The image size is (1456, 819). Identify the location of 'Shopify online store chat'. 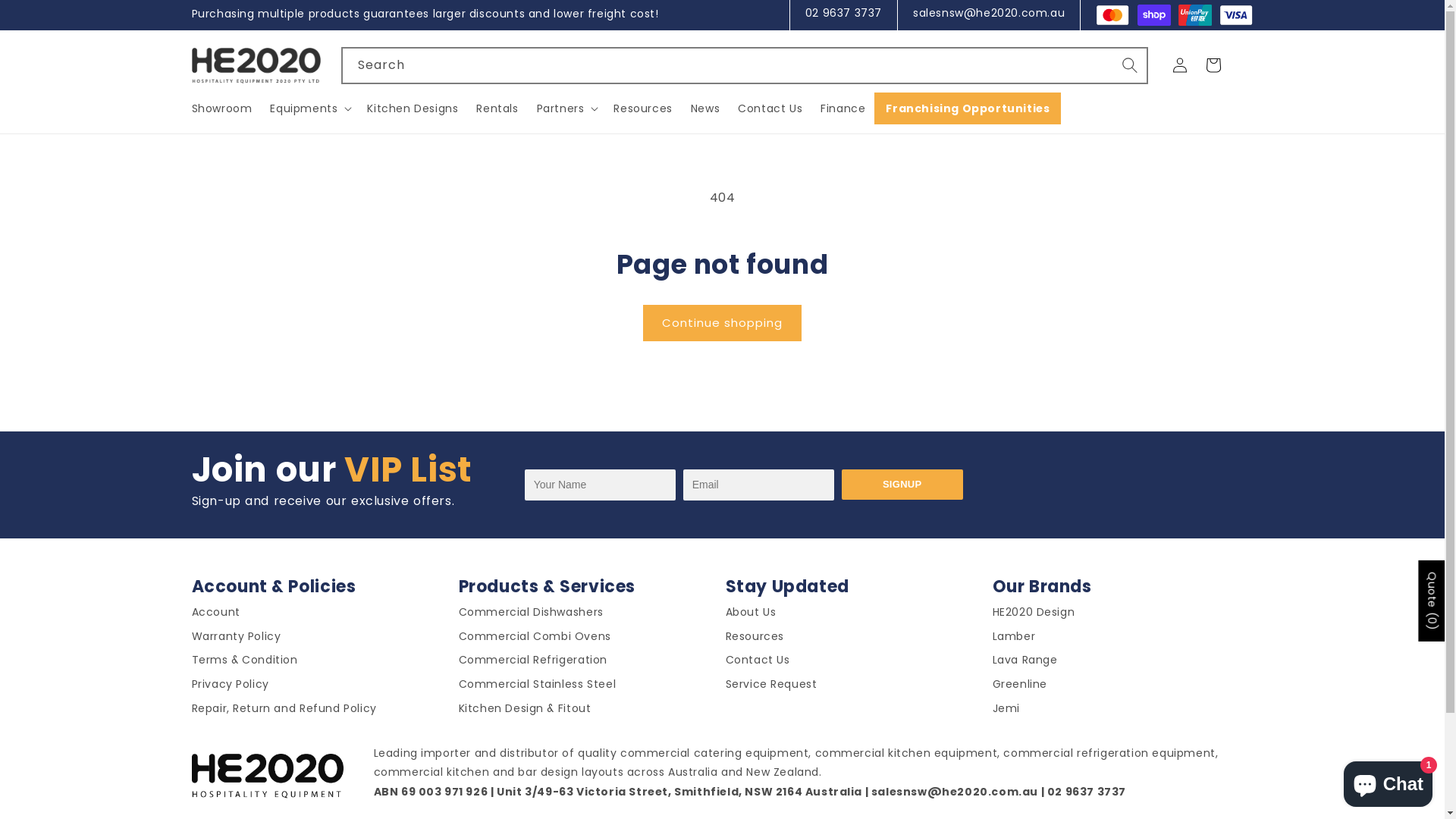
(1388, 780).